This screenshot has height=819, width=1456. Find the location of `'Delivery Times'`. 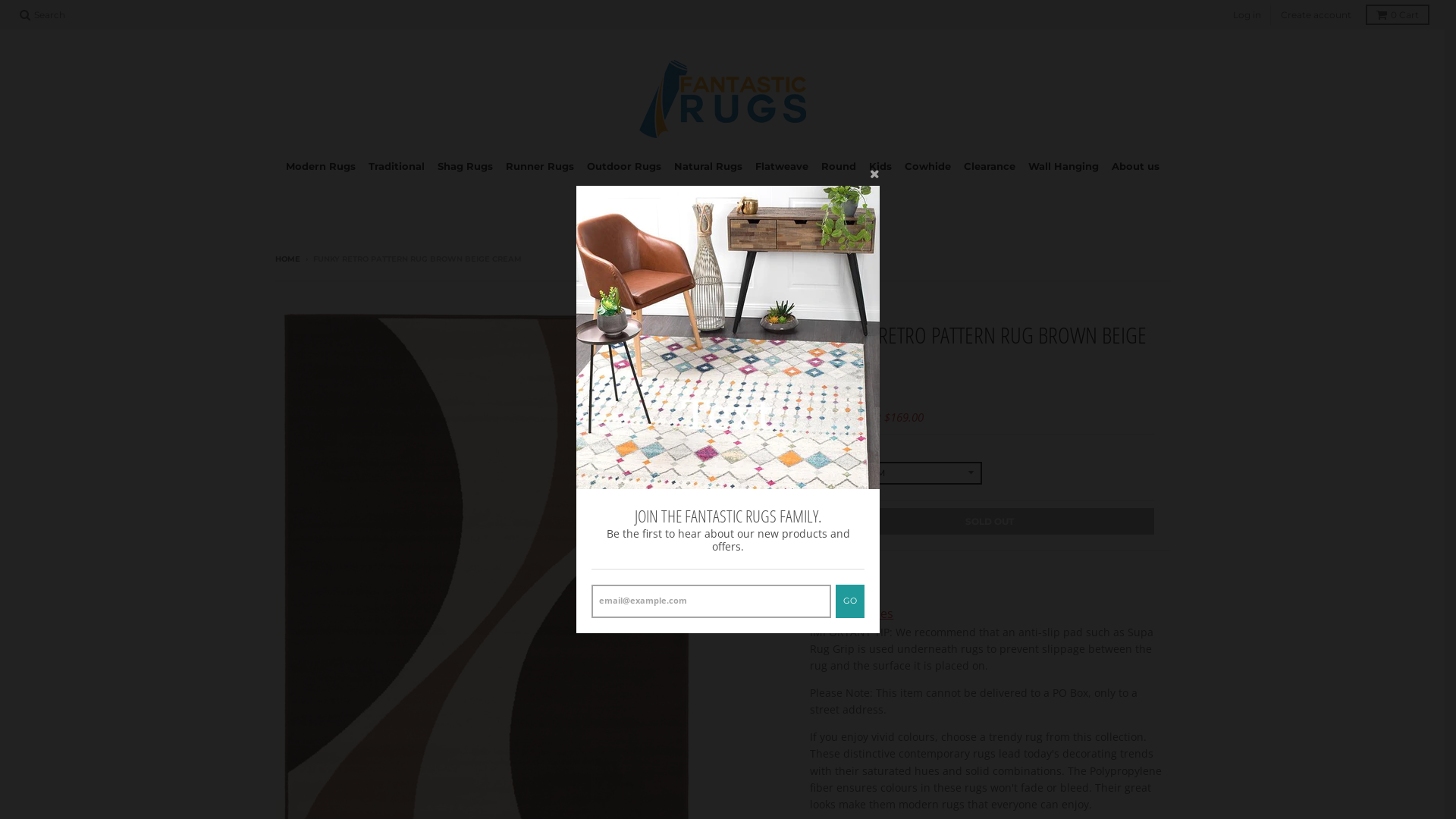

'Delivery Times' is located at coordinates (852, 613).